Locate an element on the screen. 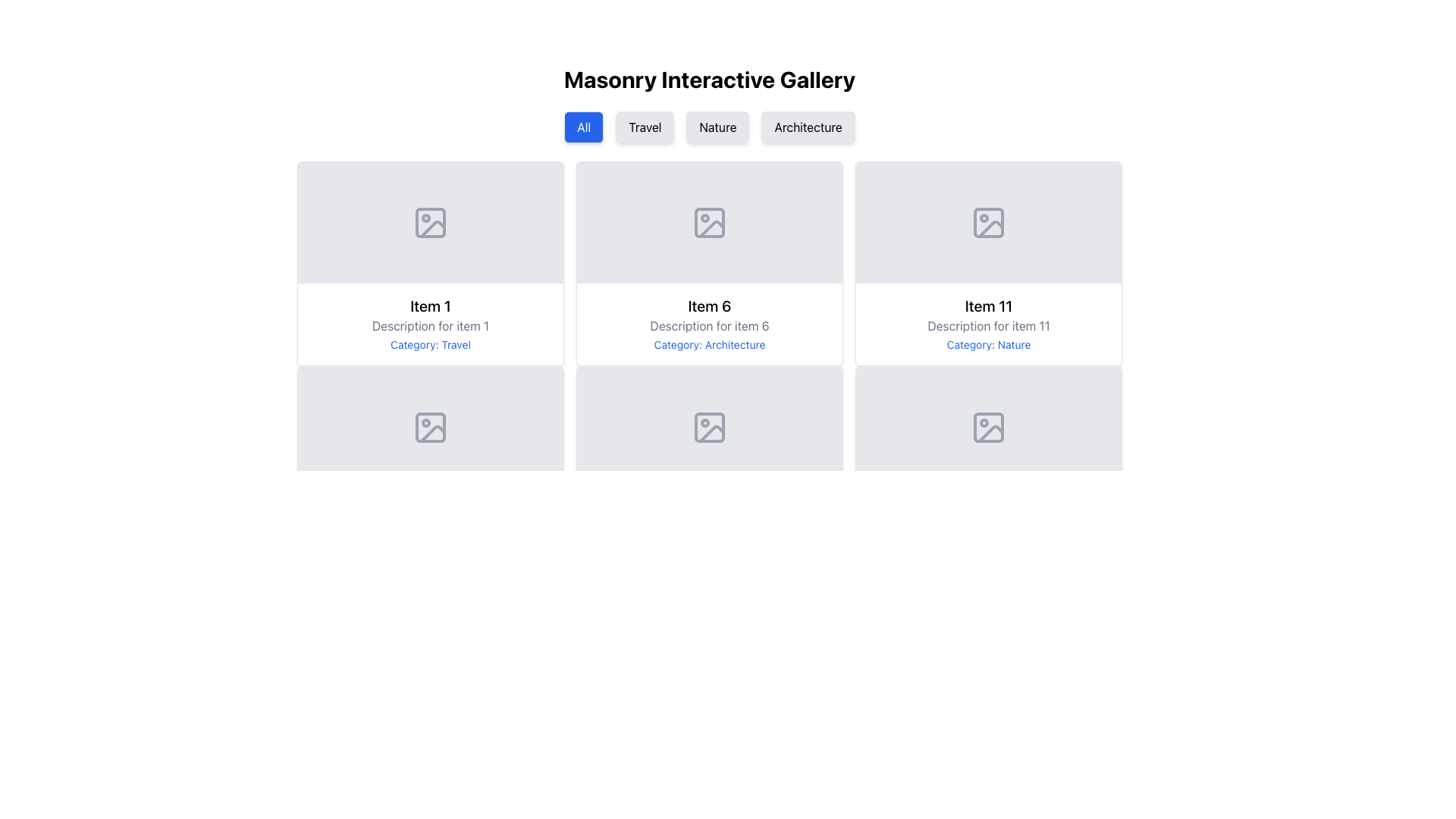 The height and width of the screenshot is (819, 1456). the Navigation Bar directly below the 'Masonry Interactive Gallery' heading to trigger effects is located at coordinates (709, 127).